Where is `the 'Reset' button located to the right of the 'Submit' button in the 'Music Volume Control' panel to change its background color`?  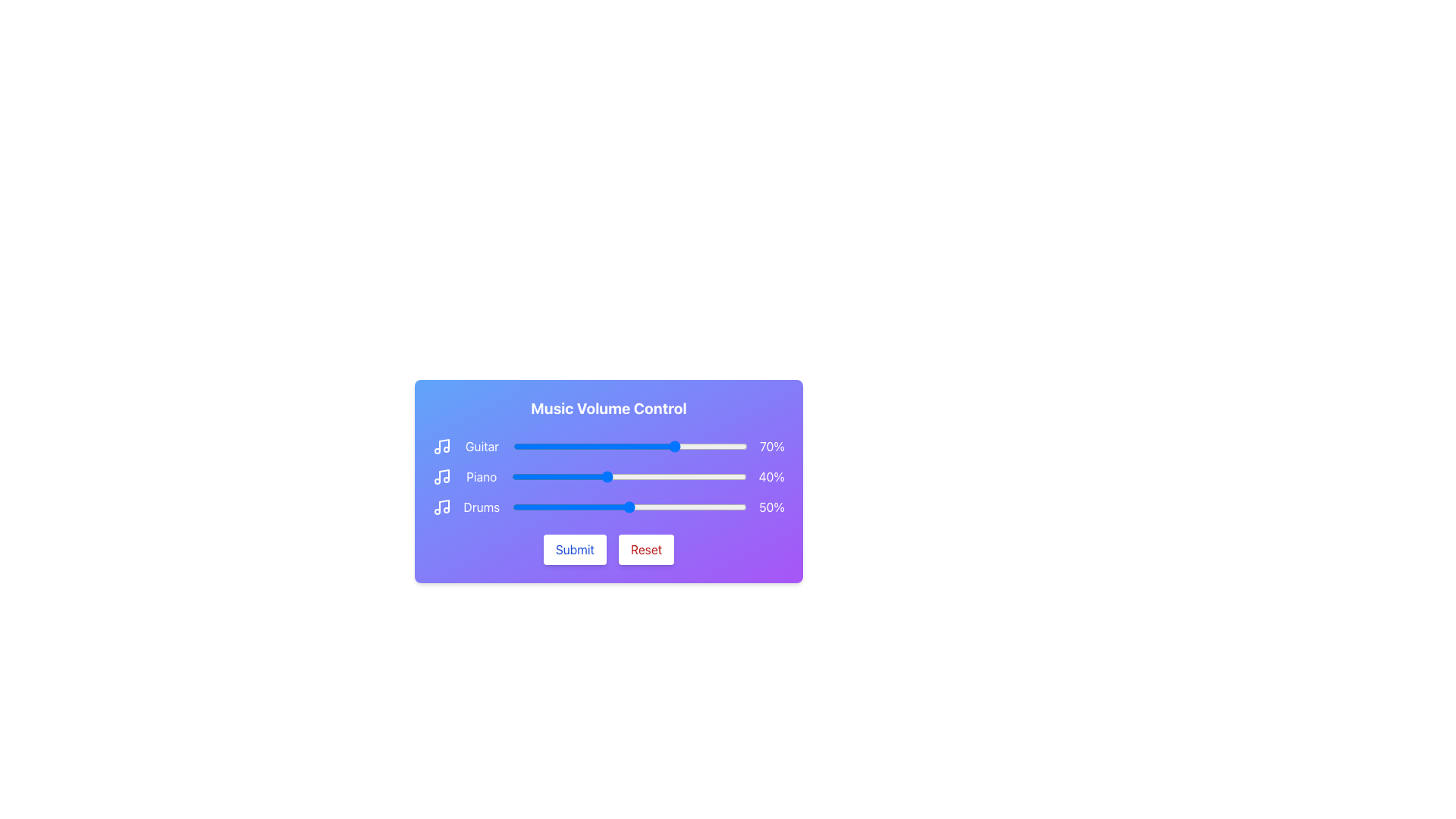 the 'Reset' button located to the right of the 'Submit' button in the 'Music Volume Control' panel to change its background color is located at coordinates (646, 550).